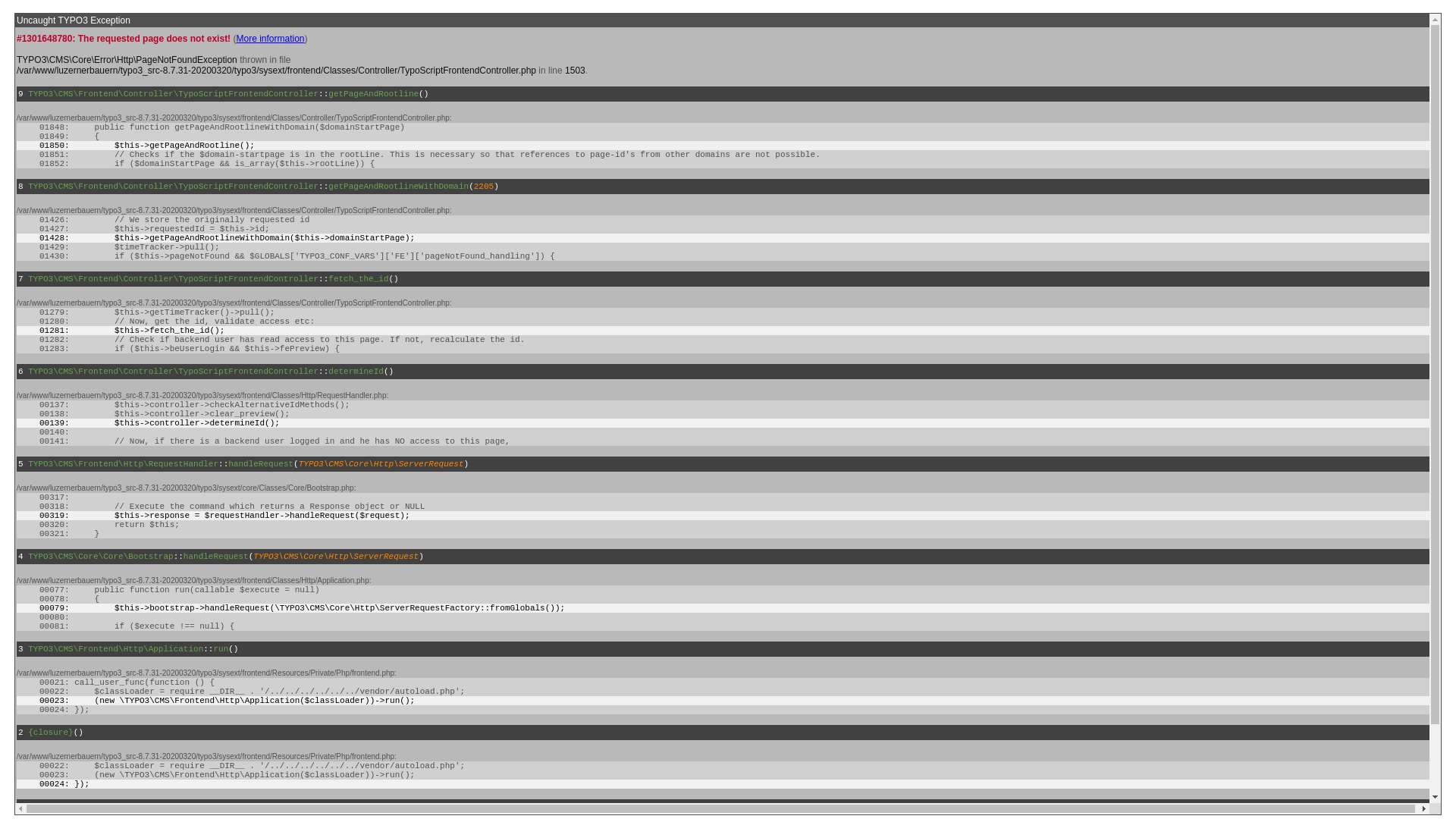  Describe the element at coordinates (235, 37) in the screenshot. I see `'More information'` at that location.